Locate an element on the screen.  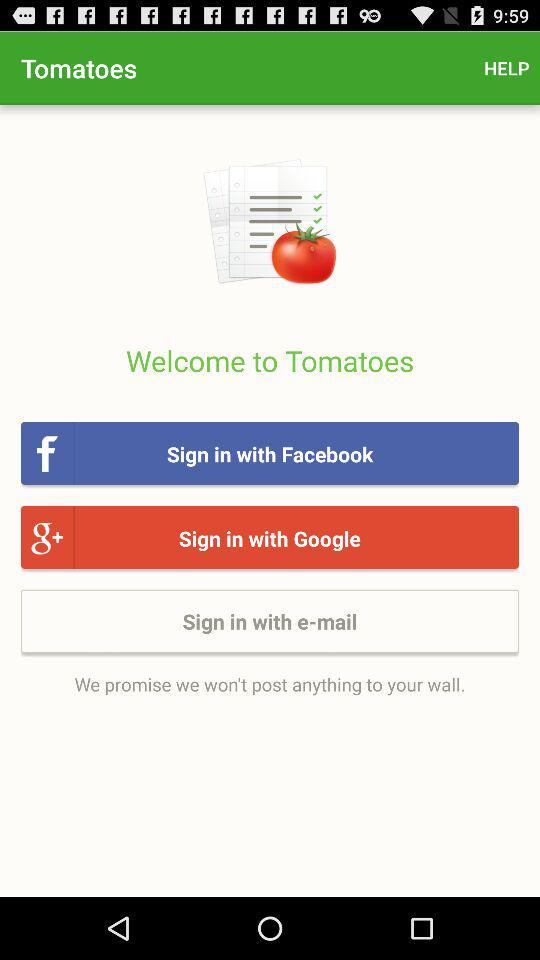
the help icon is located at coordinates (505, 68).